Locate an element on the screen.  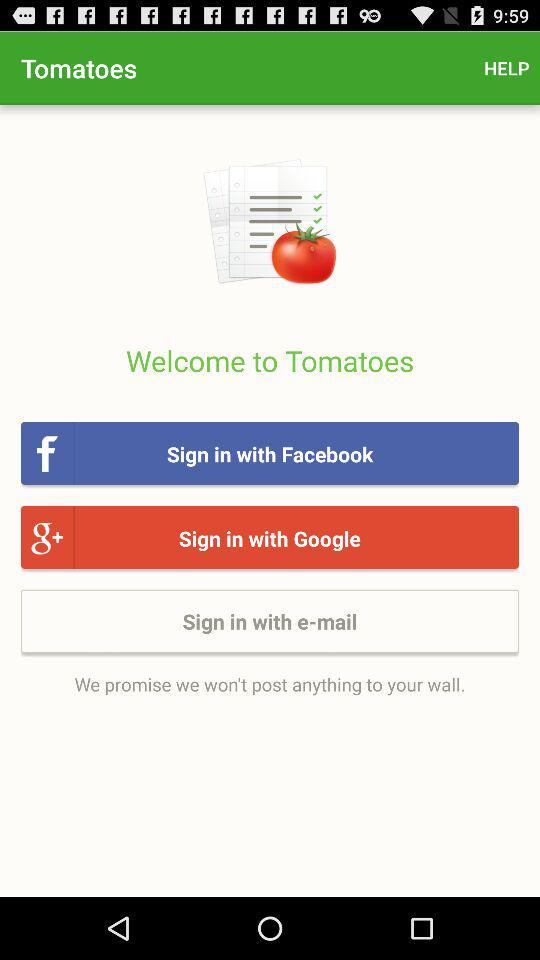
the help icon is located at coordinates (505, 68).